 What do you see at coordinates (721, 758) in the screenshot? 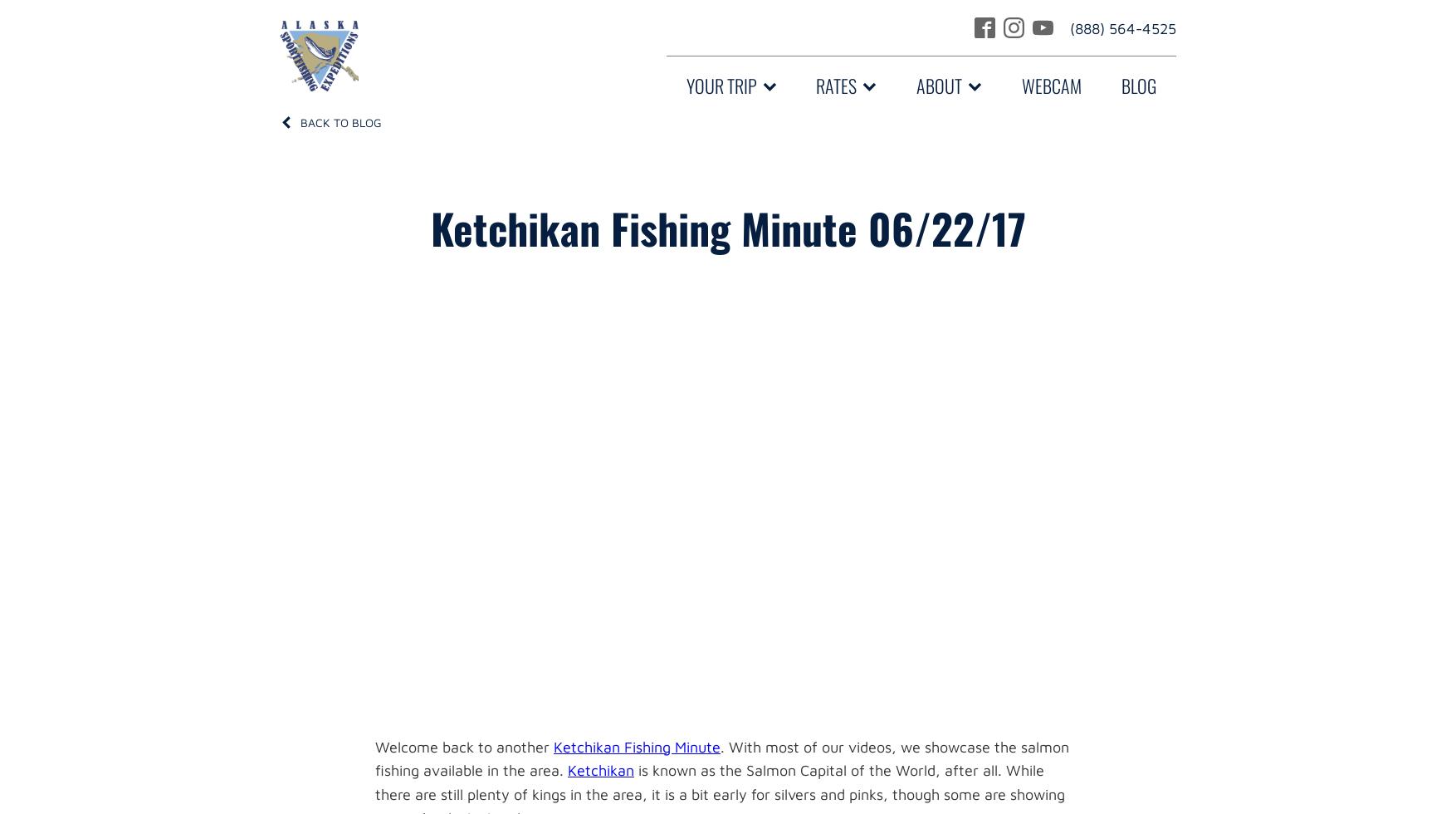
I see `'. With most of our videos, we showcase the salmon fishing available in the area.'` at bounding box center [721, 758].